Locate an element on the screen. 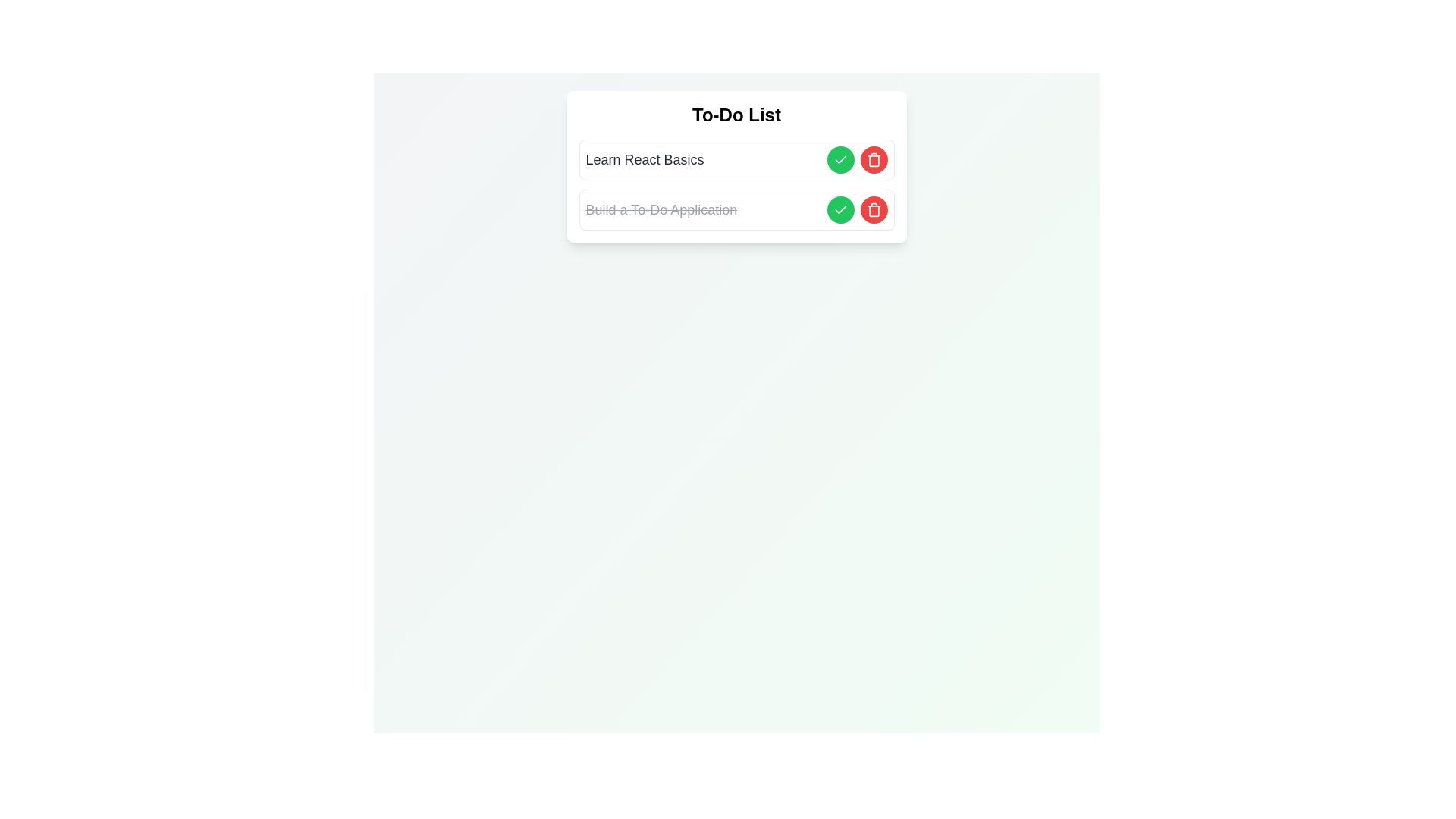  the text label displaying 'To-Do List', which serves as a header for the tasks below is located at coordinates (736, 114).